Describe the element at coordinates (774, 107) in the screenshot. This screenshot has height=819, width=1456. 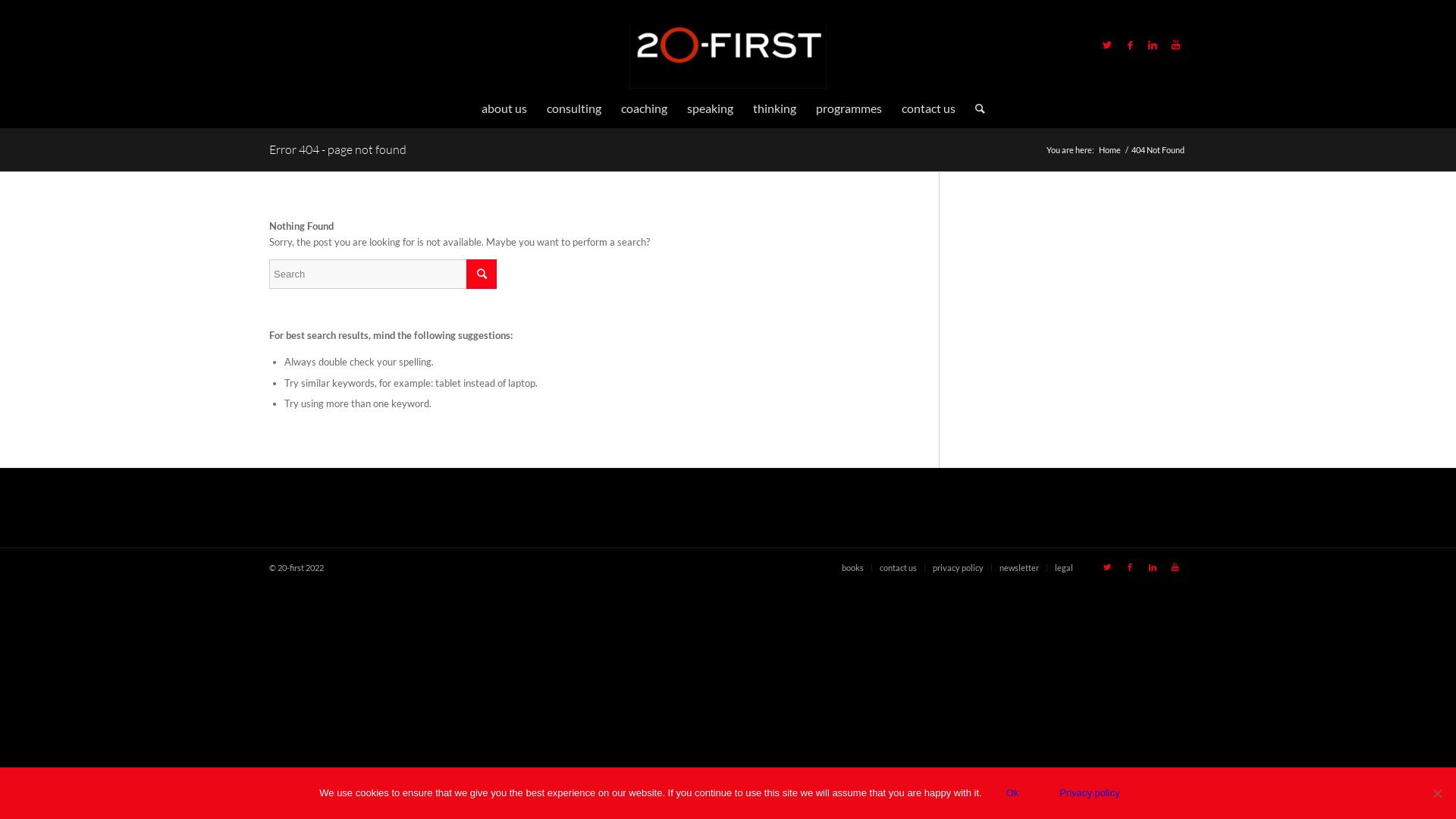
I see `'thinking'` at that location.